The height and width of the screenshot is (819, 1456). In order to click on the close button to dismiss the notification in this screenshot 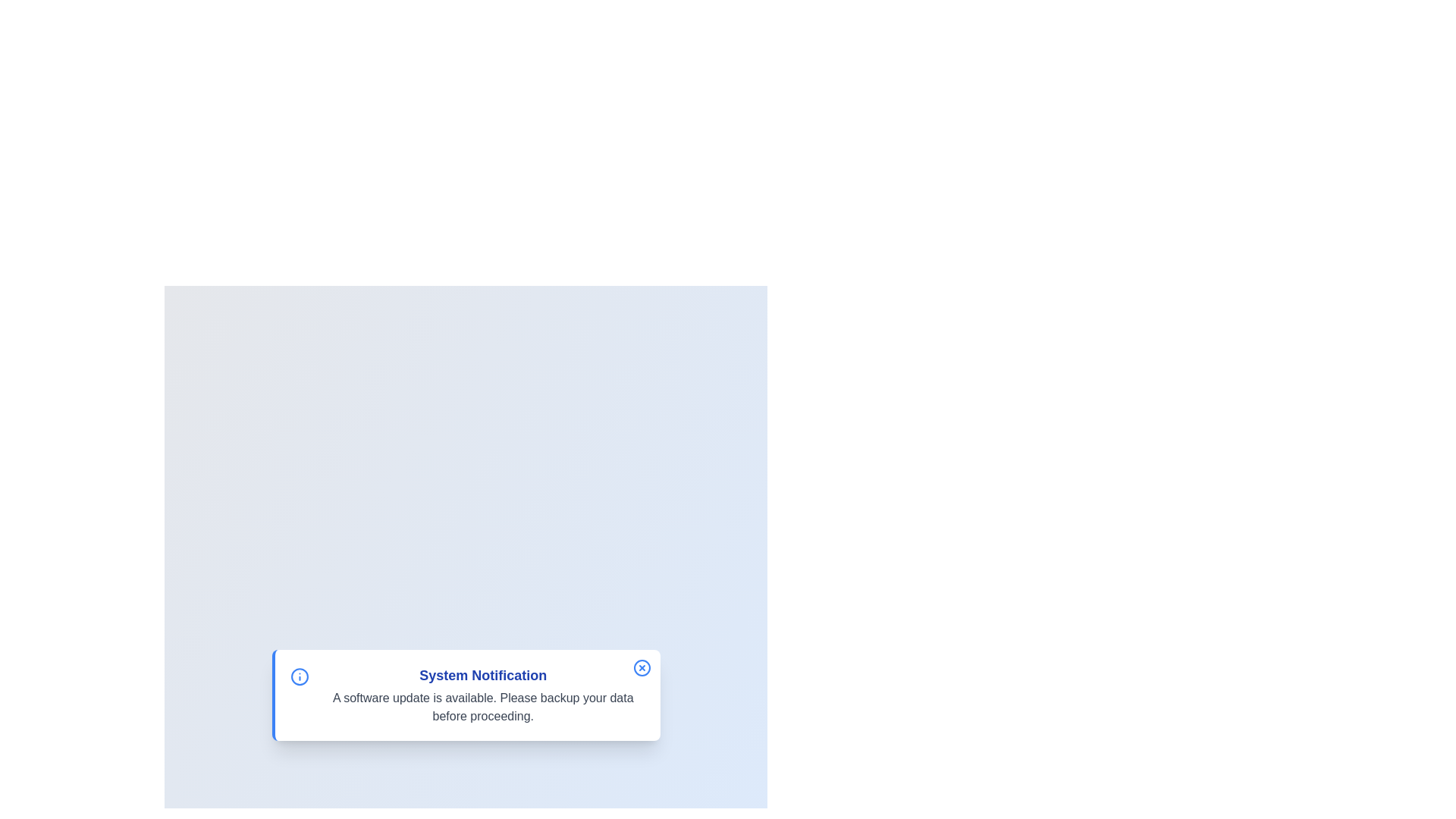, I will do `click(642, 667)`.